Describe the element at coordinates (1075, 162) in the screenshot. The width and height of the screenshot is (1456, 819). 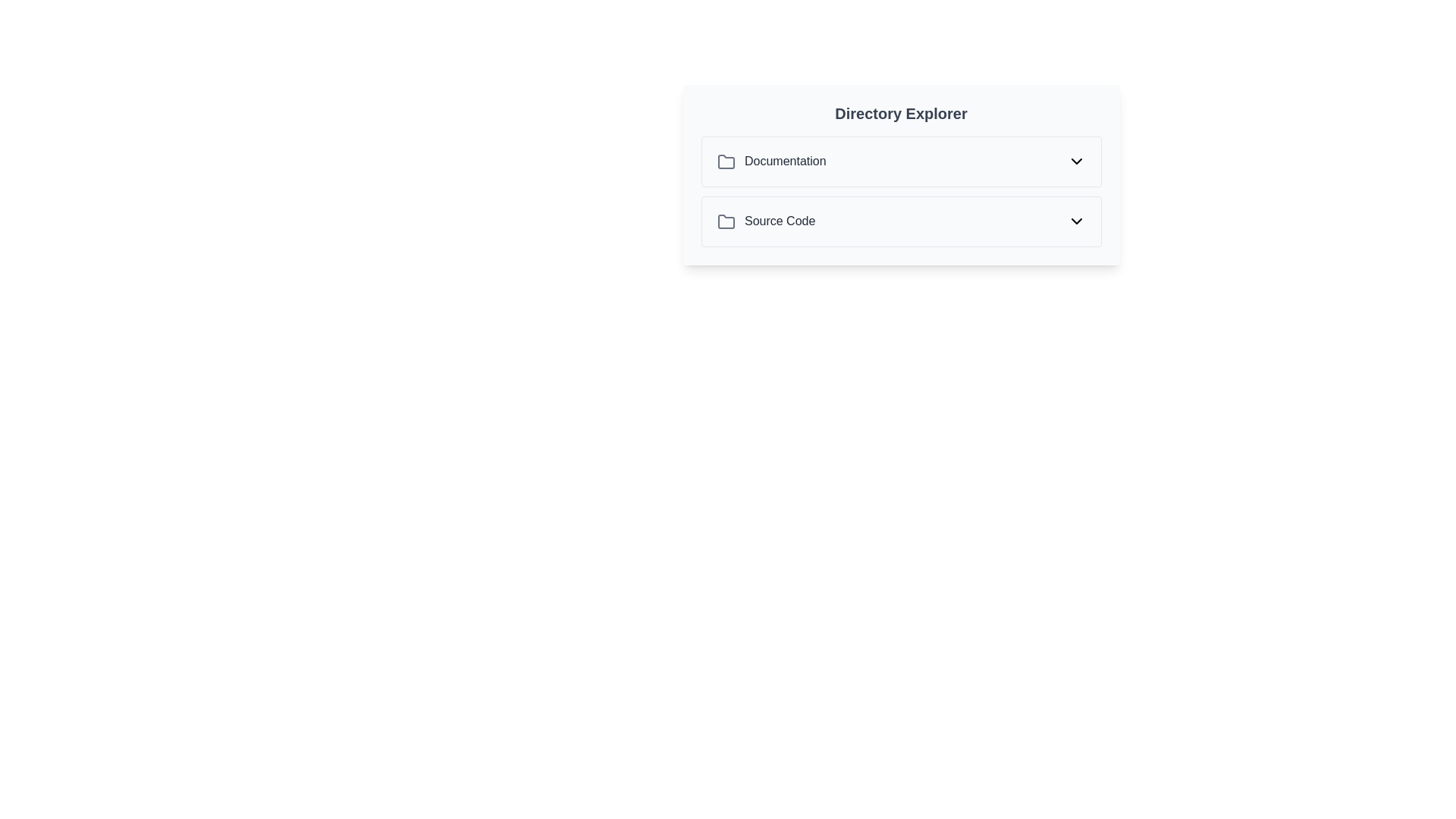
I see `the downward-pointing chevron icon next to the 'Documentation' menu entry` at that location.